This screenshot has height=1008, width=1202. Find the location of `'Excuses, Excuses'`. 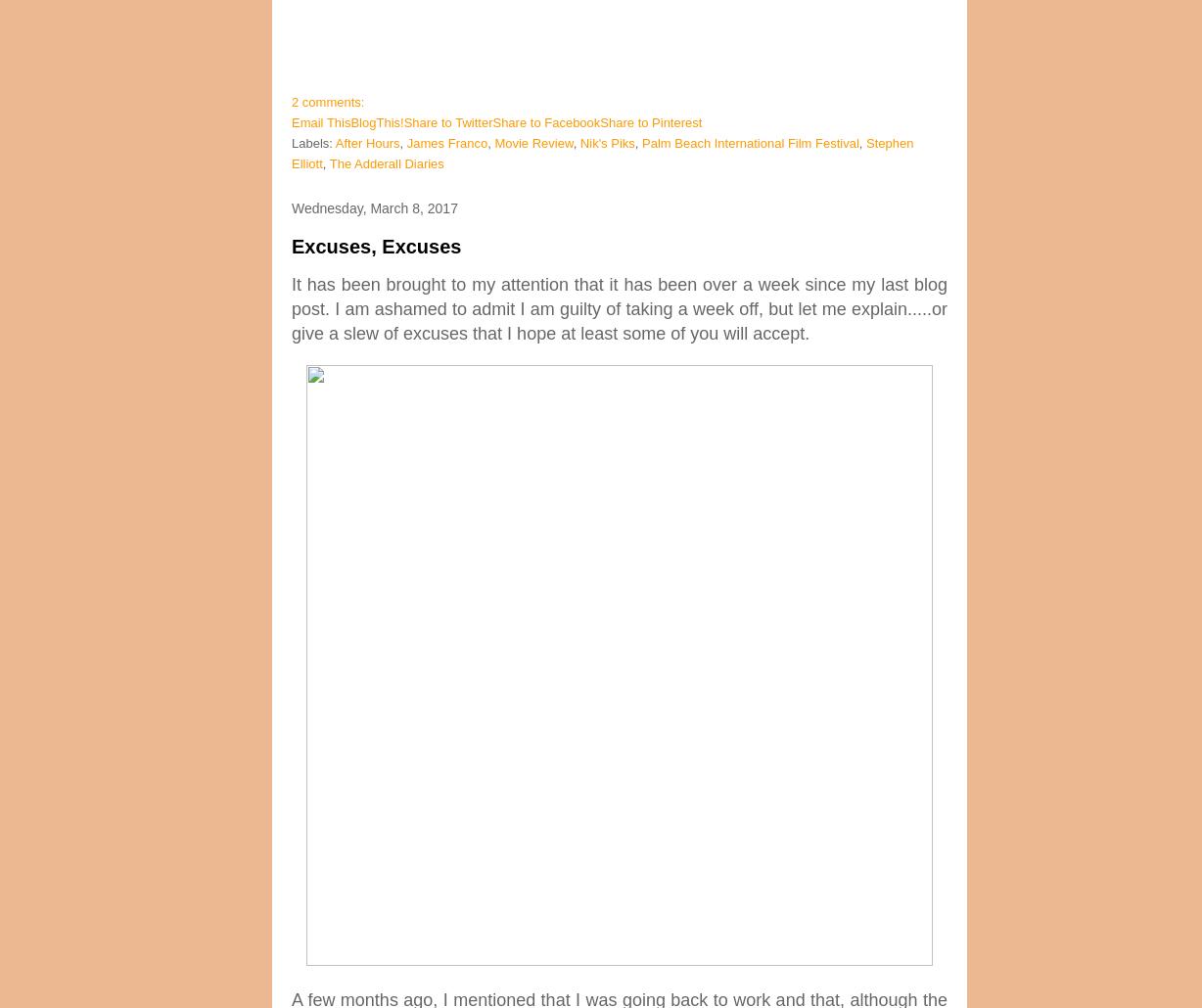

'Excuses, Excuses' is located at coordinates (376, 246).